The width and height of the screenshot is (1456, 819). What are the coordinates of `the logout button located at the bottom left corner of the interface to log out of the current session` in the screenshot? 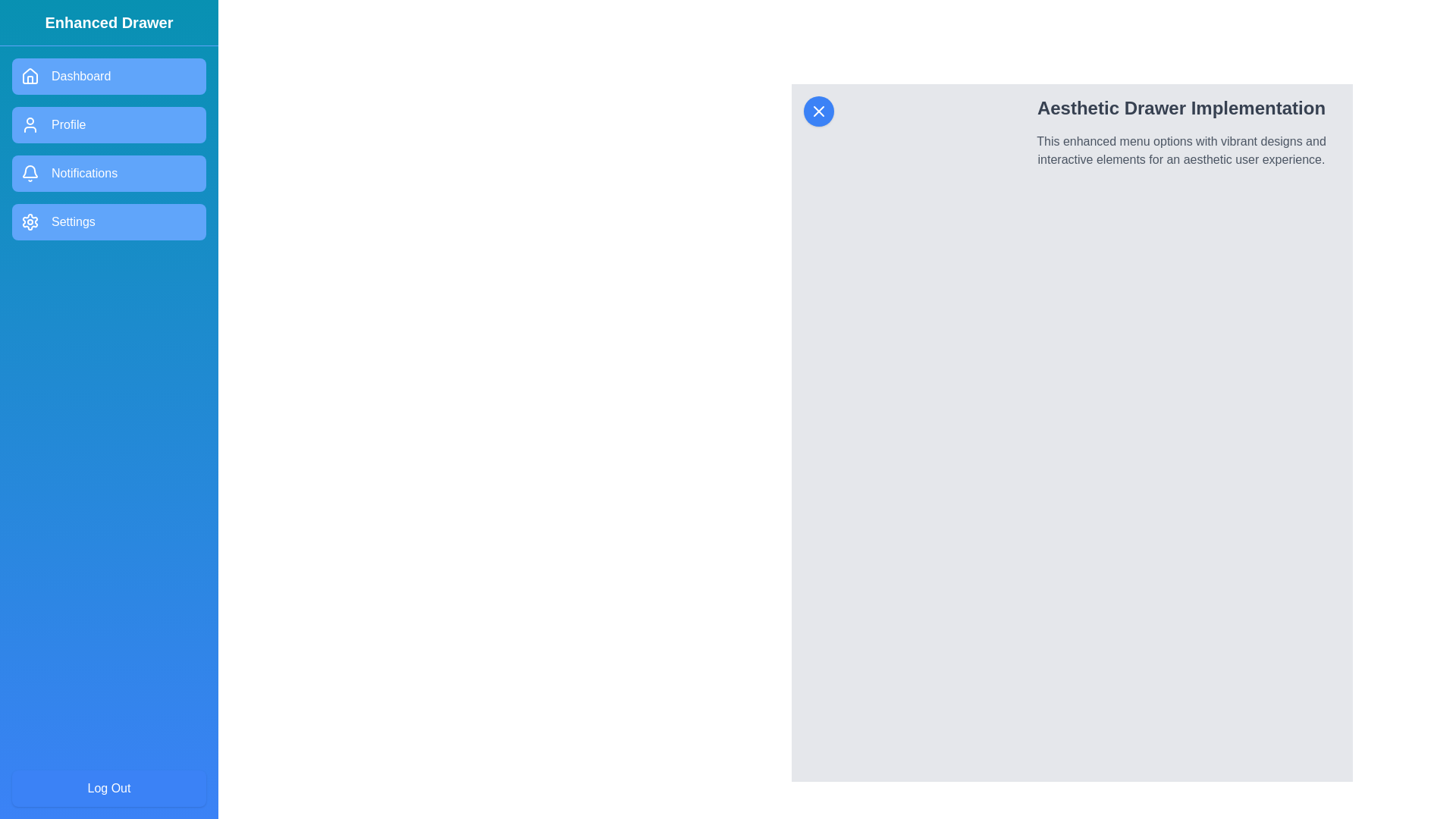 It's located at (108, 788).